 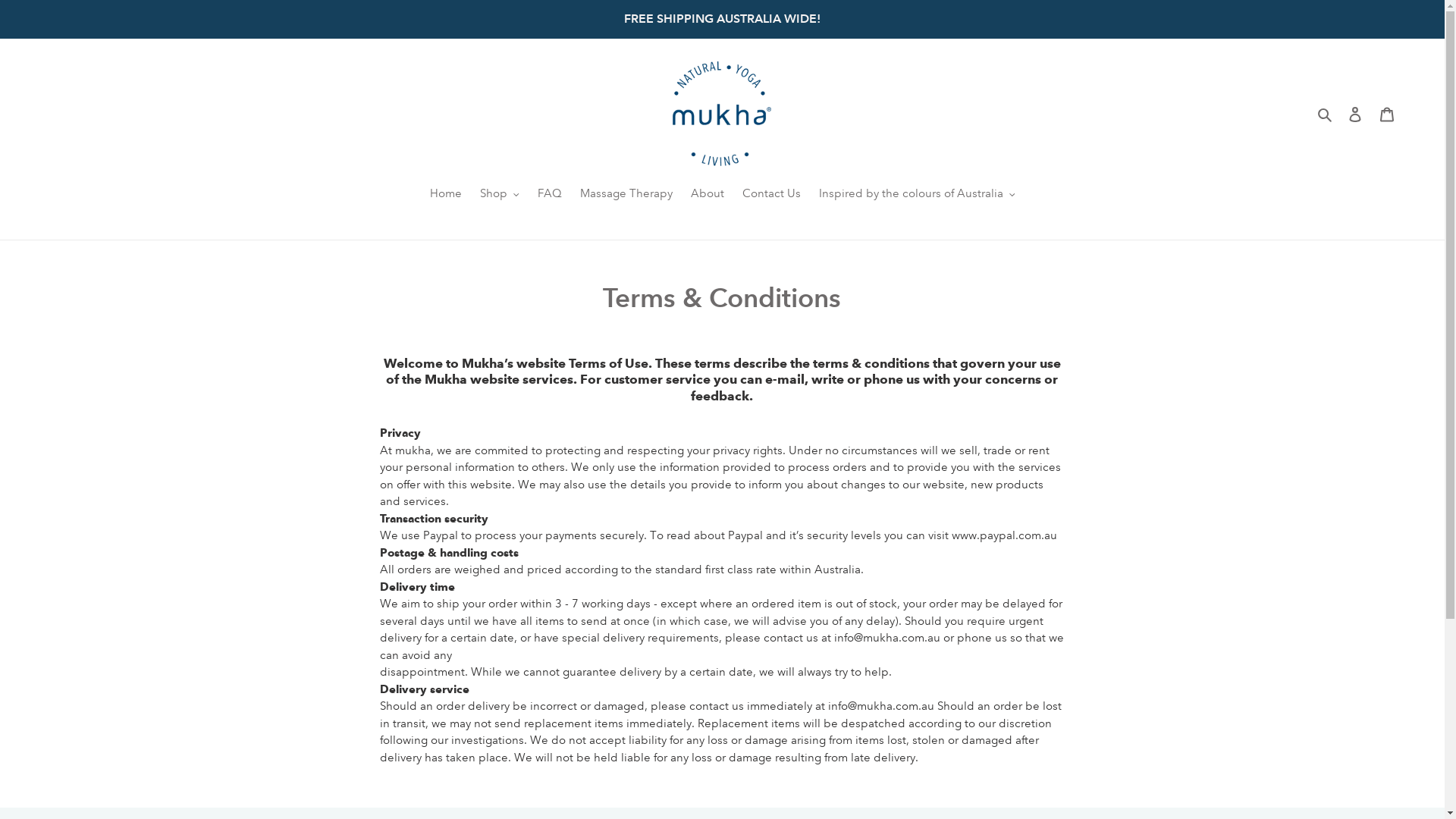 What do you see at coordinates (1386, 113) in the screenshot?
I see `'Cart'` at bounding box center [1386, 113].